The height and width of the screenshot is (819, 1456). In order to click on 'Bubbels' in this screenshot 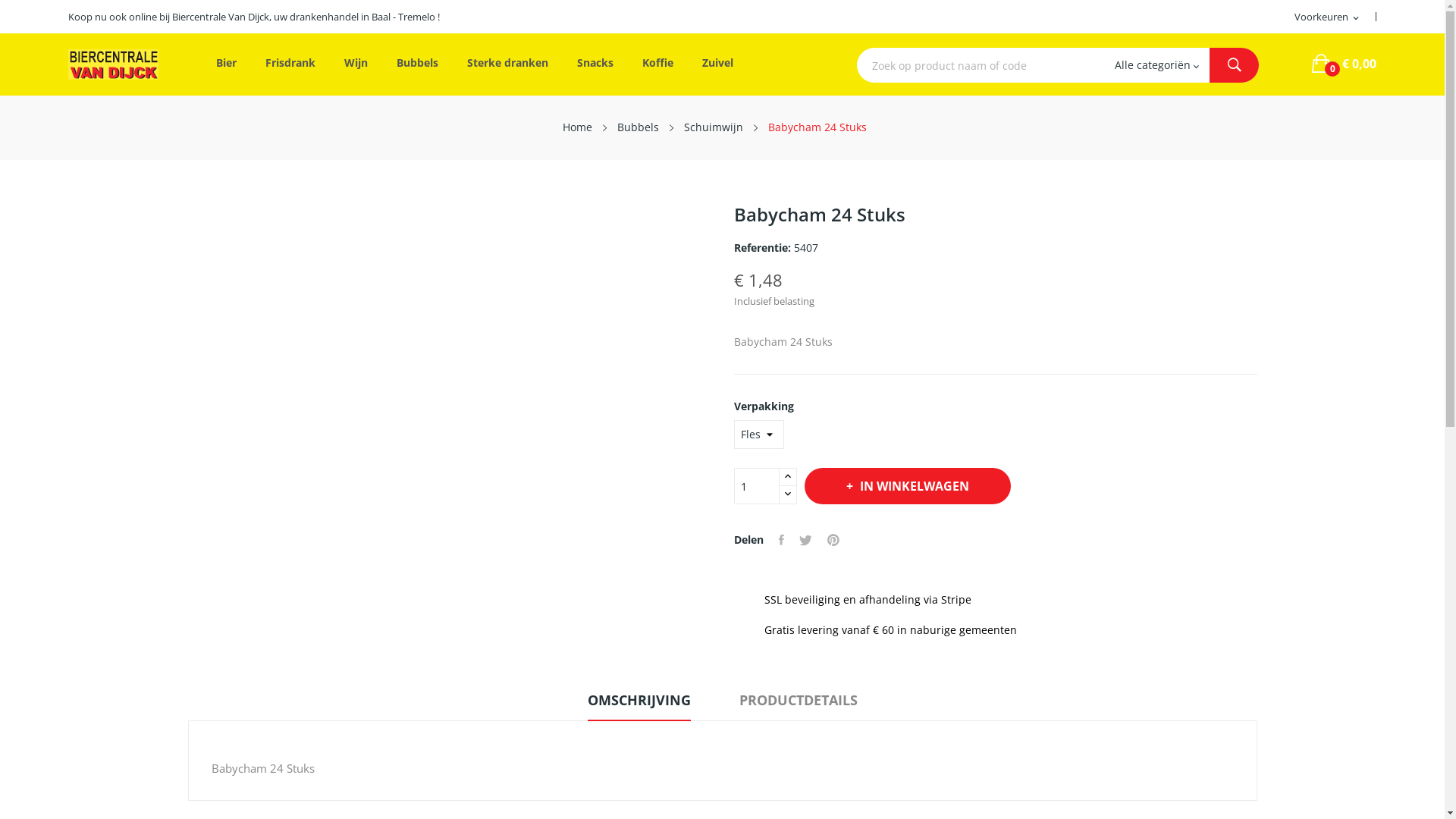, I will do `click(638, 127)`.